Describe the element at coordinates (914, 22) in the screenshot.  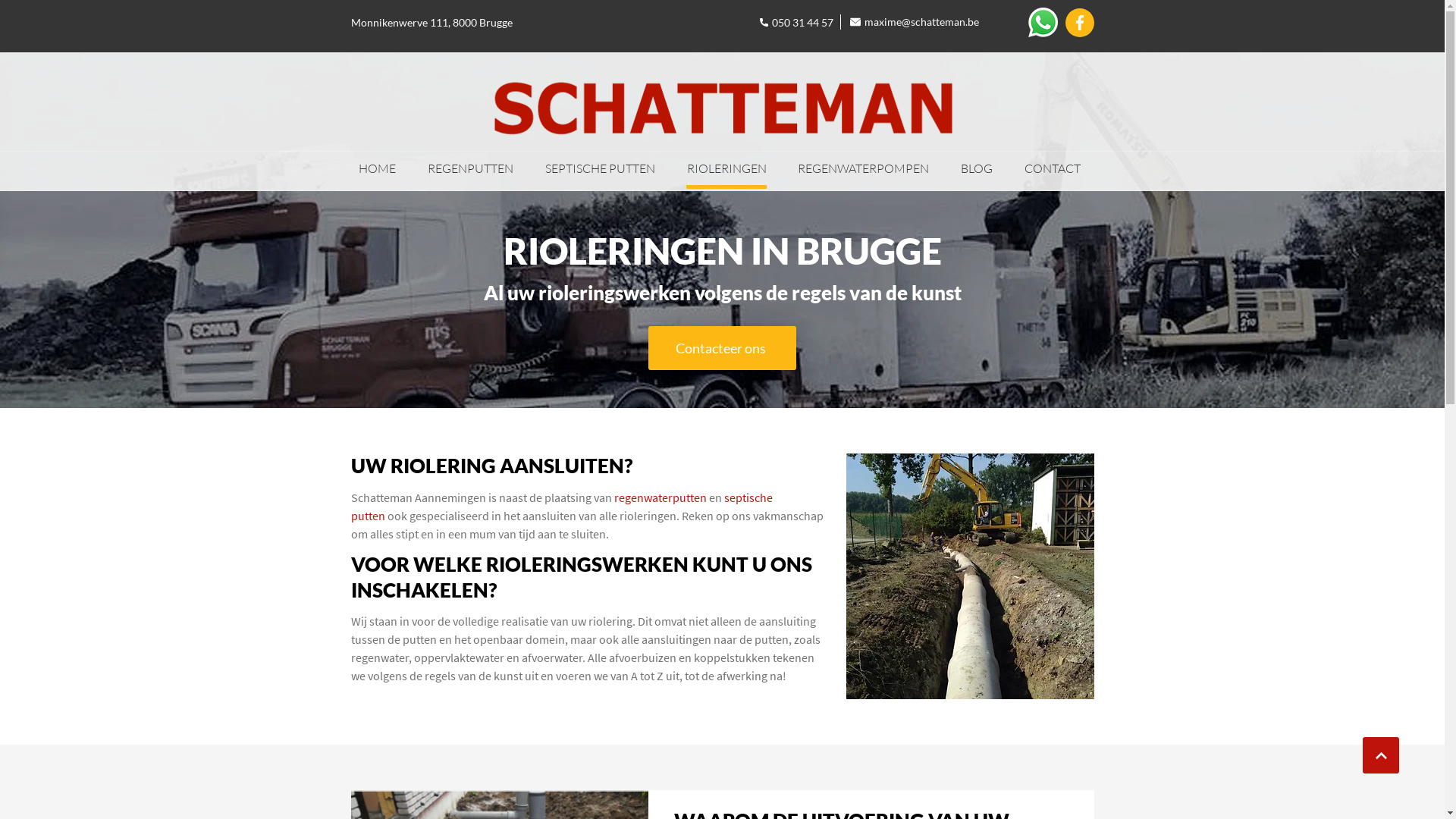
I see `'maxime@schatteman.be'` at that location.